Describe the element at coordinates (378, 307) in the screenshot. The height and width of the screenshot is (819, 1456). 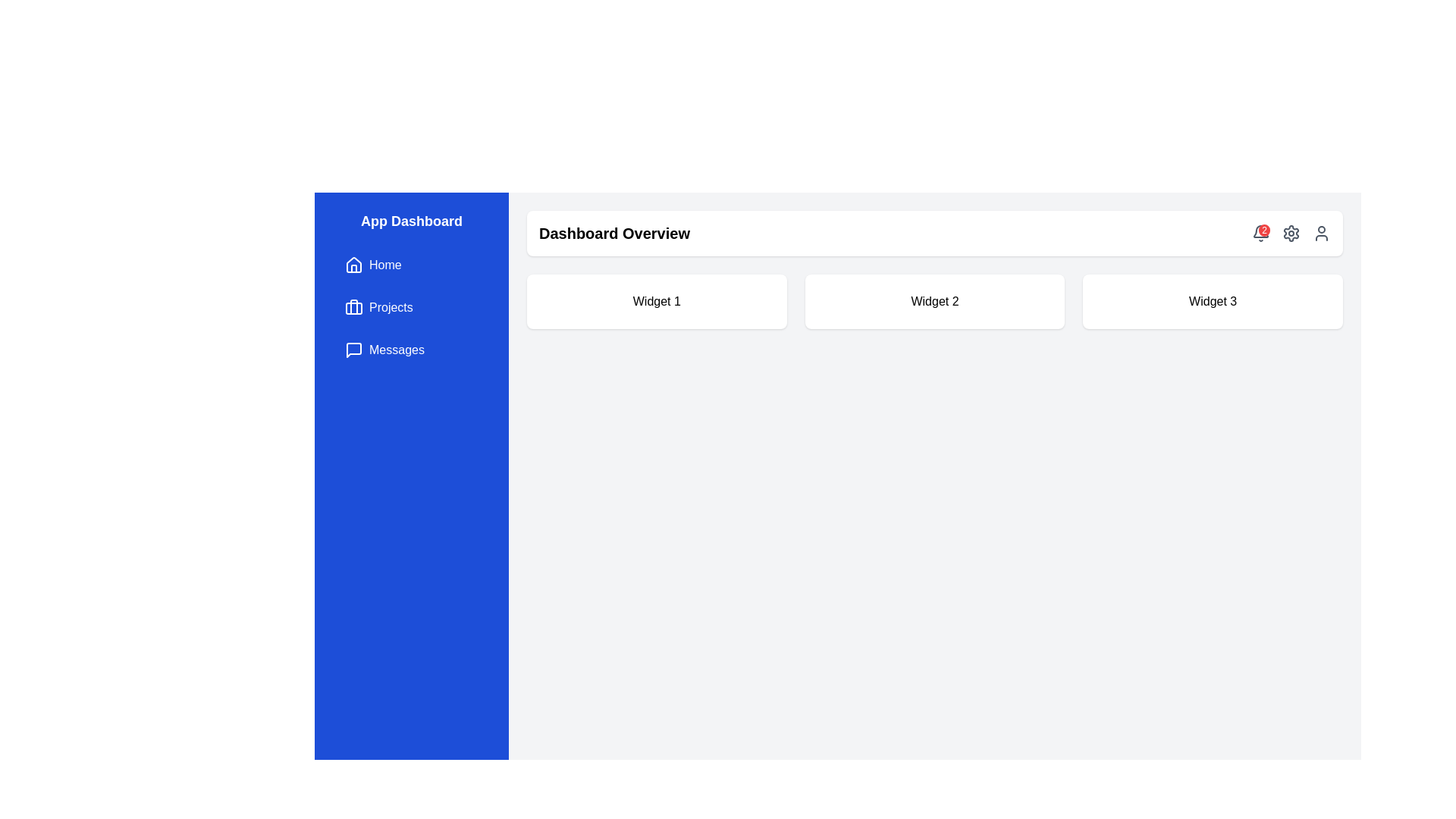
I see `the 'Projects' navigation button located in the left sidebar, which is the second button in a vertical list, to trigger the background color change` at that location.